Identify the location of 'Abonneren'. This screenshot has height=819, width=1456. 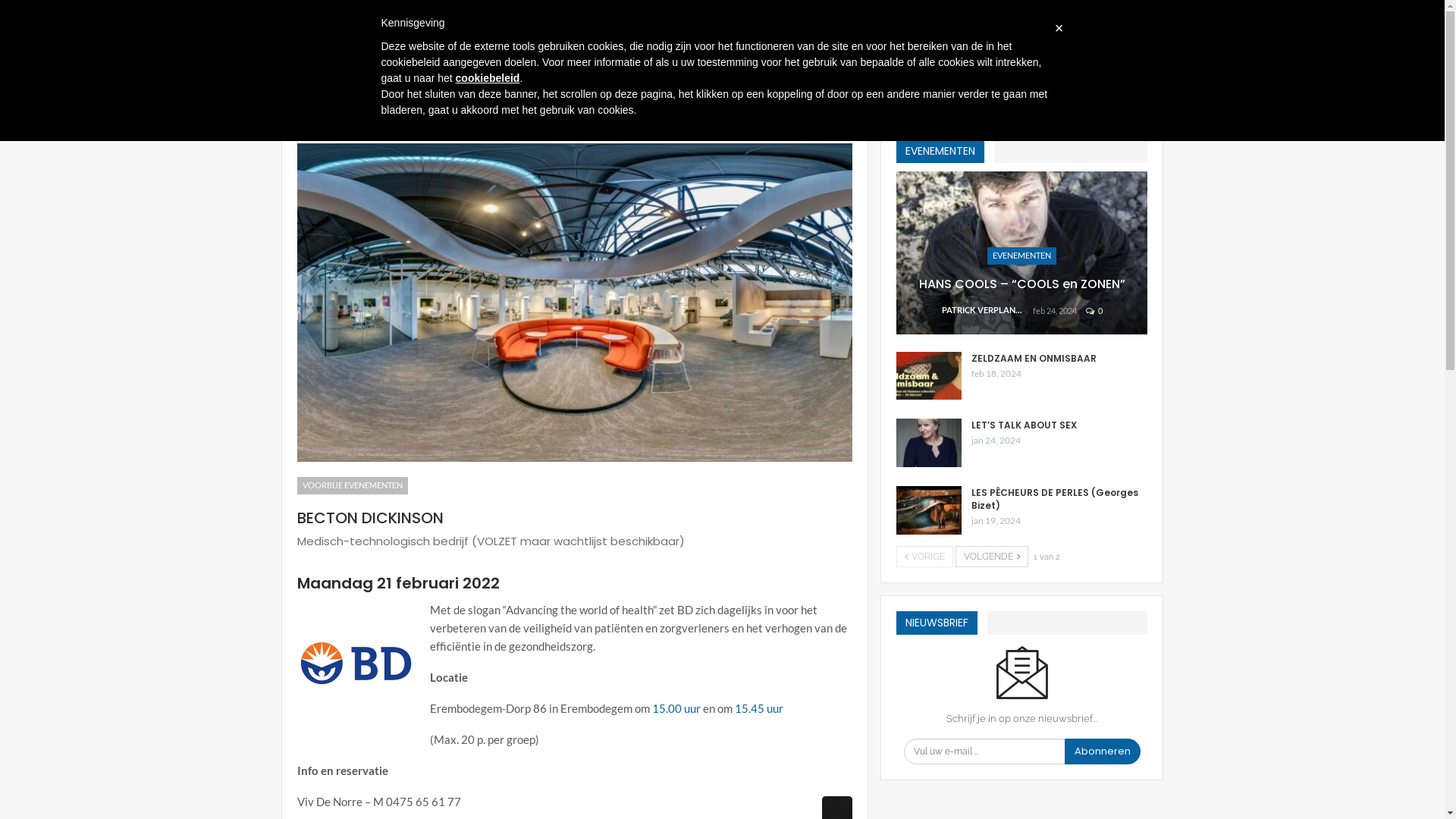
(1063, 752).